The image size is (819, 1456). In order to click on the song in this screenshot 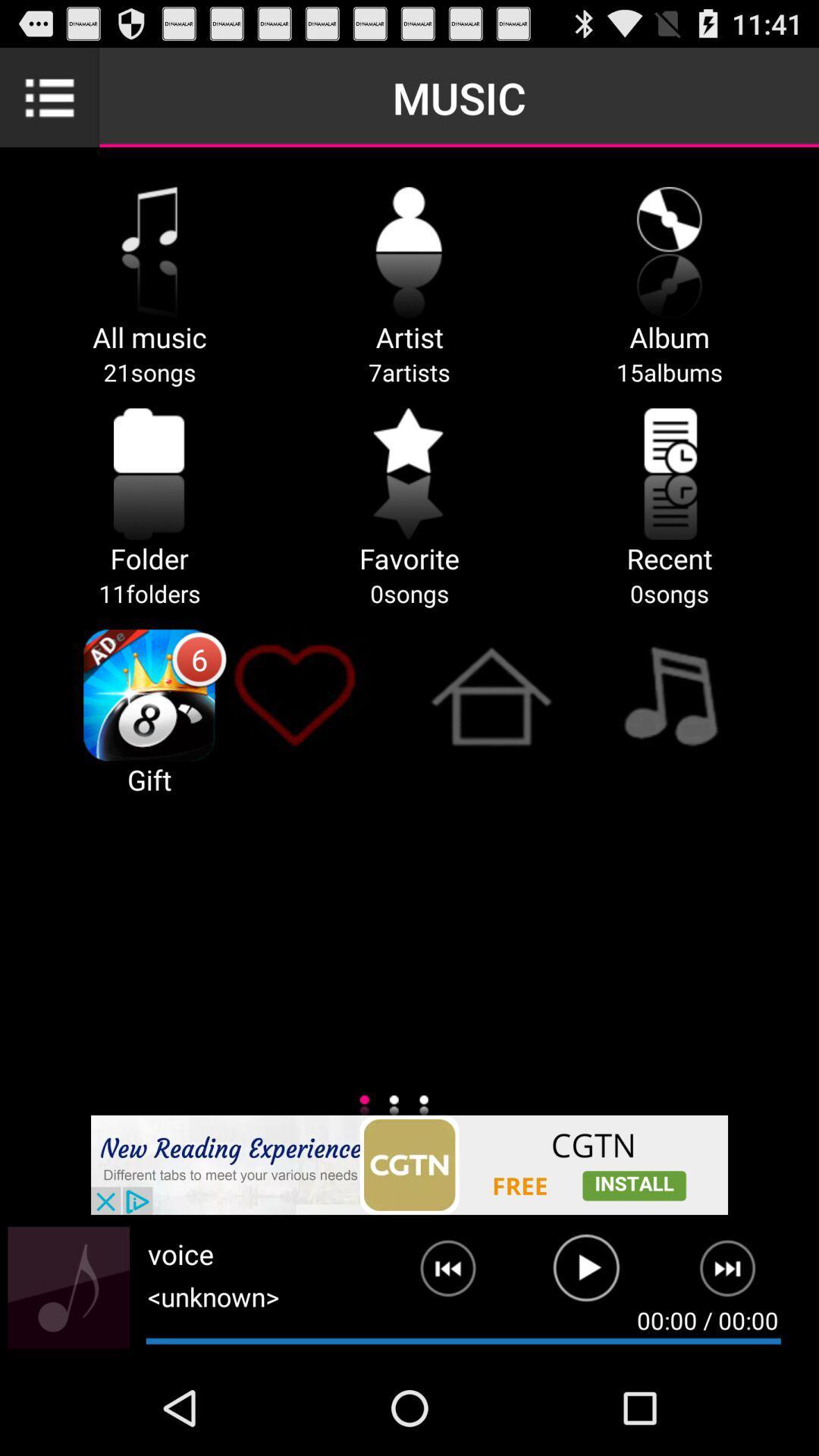, I will do `click(585, 1274)`.